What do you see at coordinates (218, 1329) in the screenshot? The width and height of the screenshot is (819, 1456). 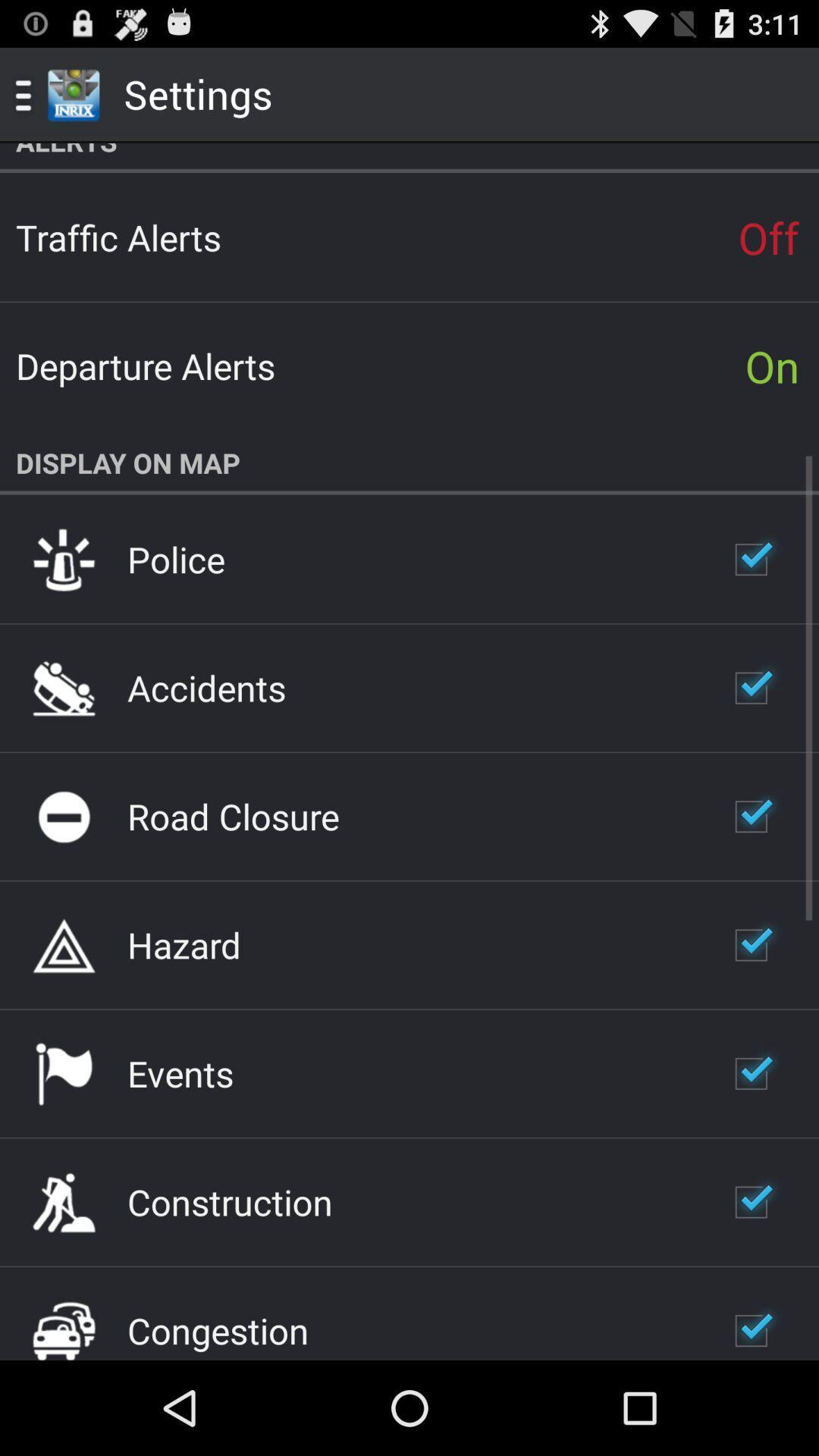 I see `congestion app` at bounding box center [218, 1329].